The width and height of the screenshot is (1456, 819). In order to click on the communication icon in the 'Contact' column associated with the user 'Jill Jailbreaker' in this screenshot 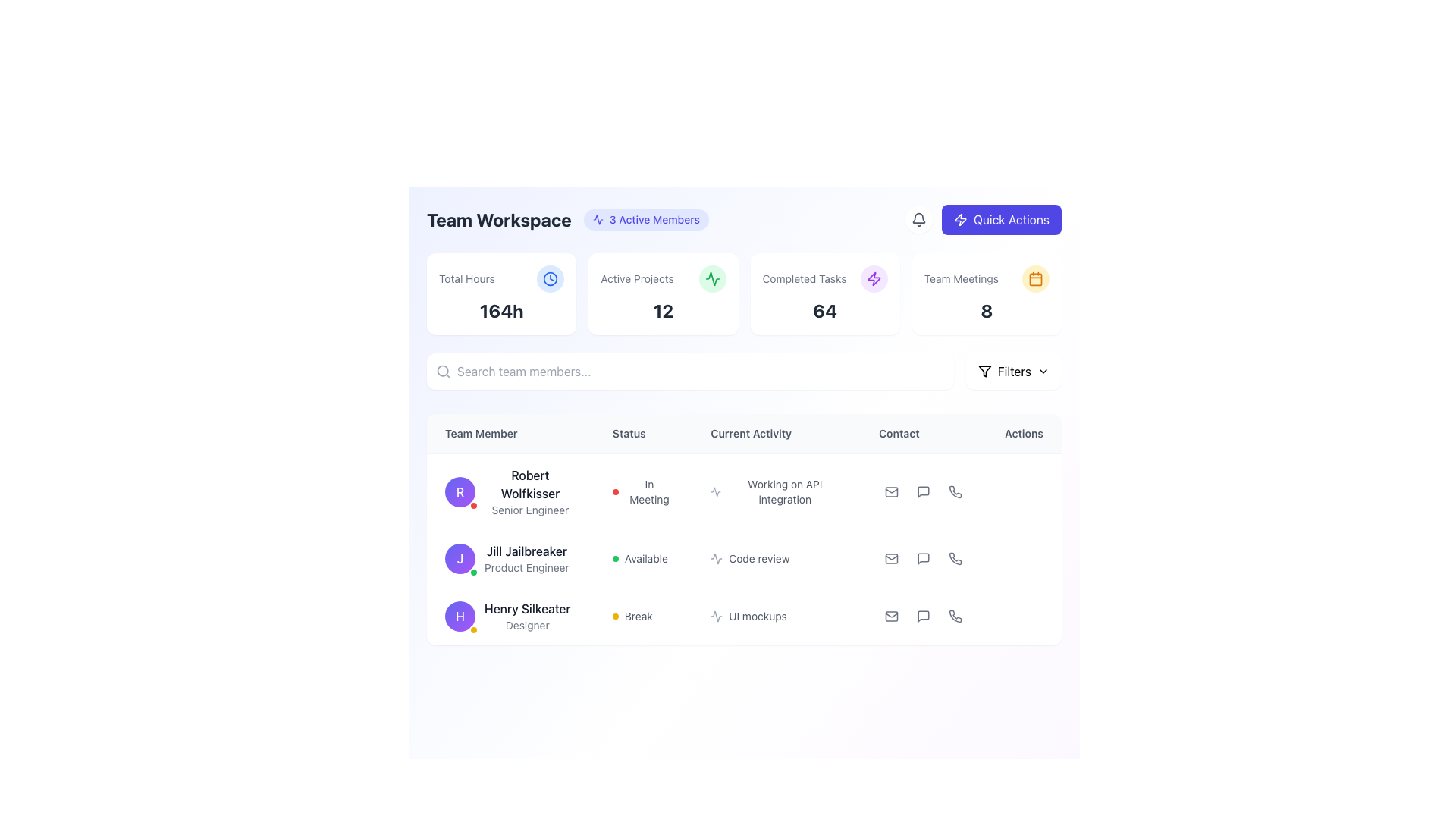, I will do `click(923, 558)`.